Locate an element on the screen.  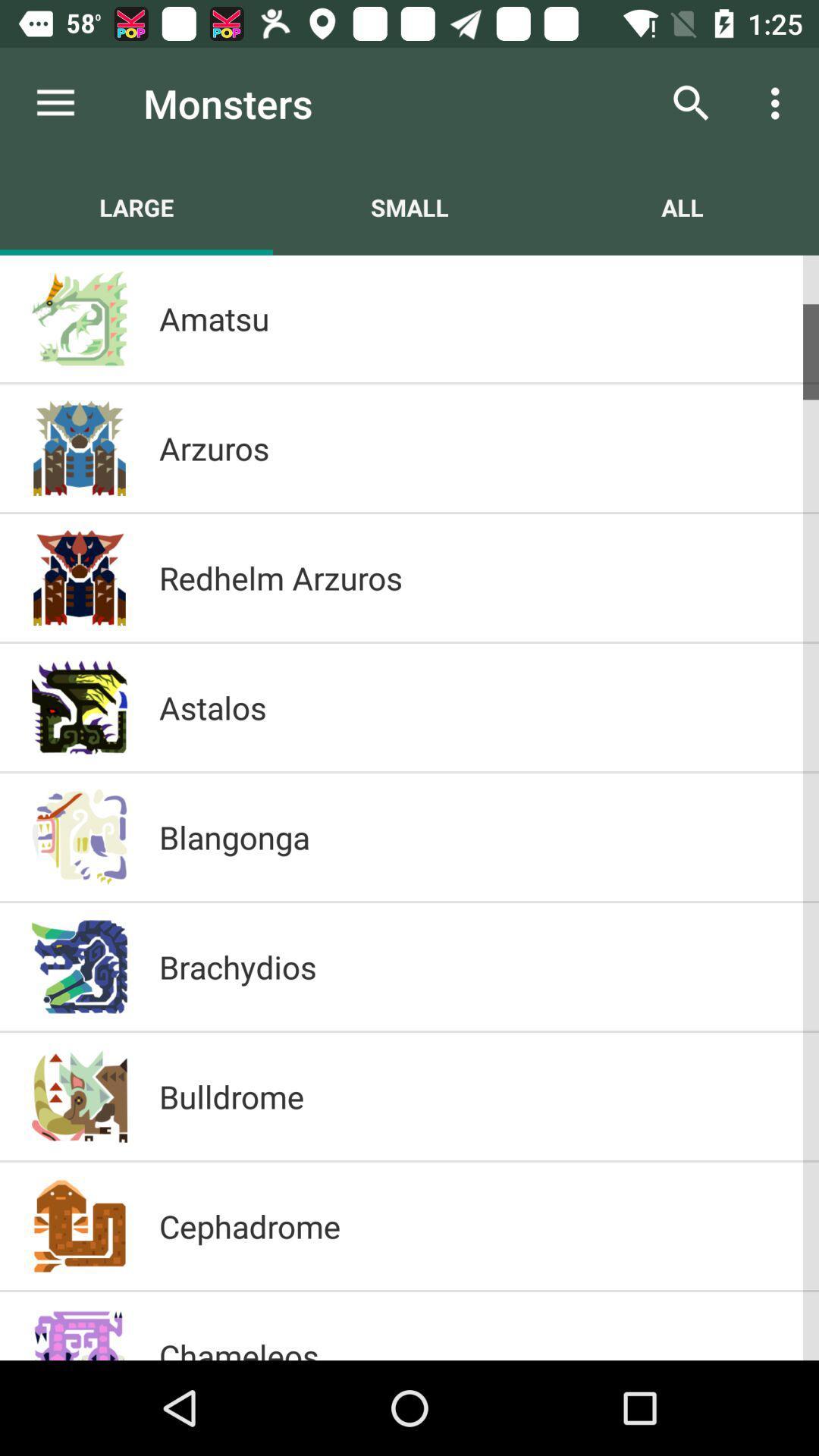
the item below the monsters is located at coordinates (409, 206).